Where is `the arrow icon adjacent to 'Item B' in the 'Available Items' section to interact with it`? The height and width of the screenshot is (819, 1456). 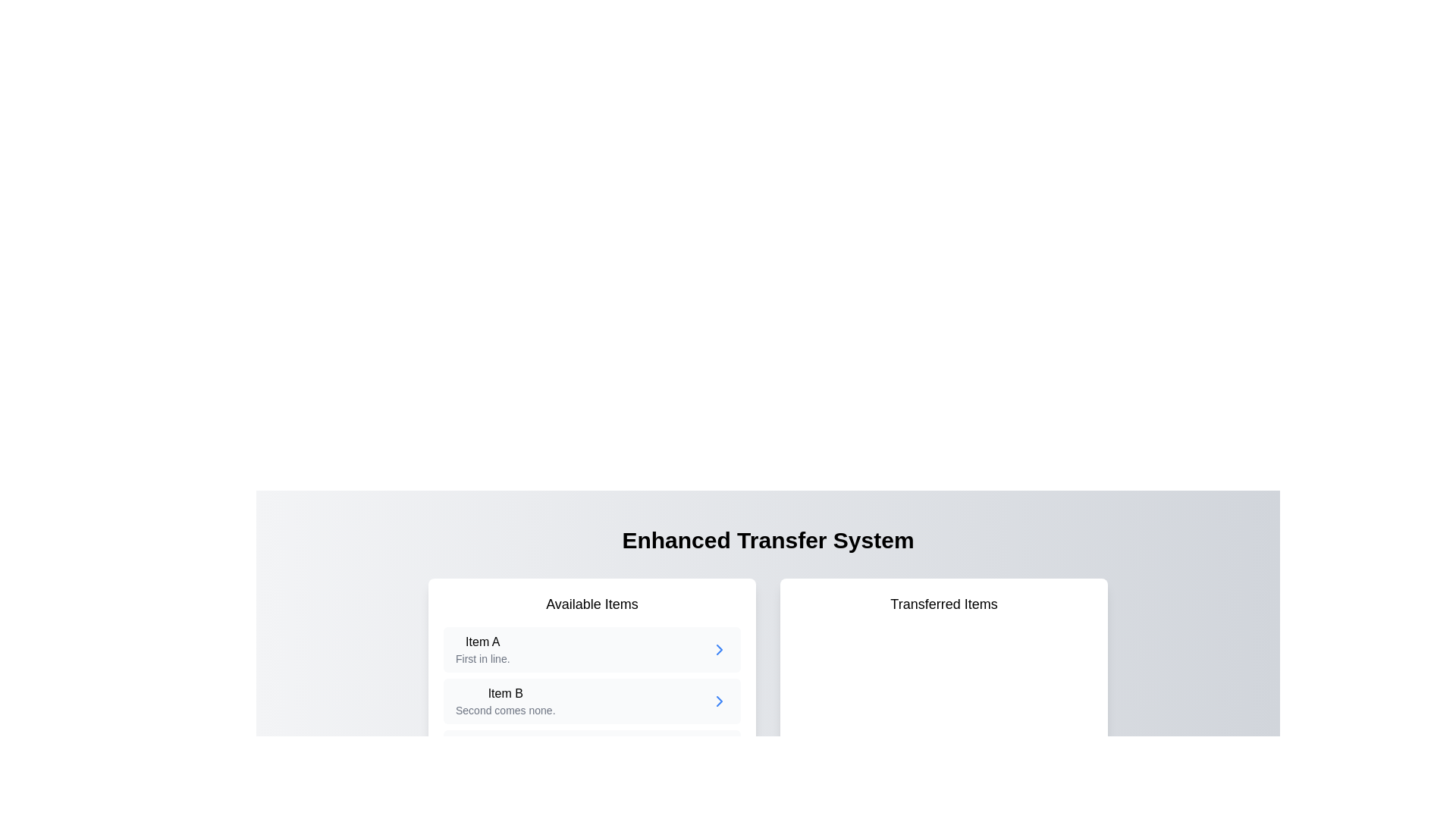
the arrow icon adjacent to 'Item B' in the 'Available Items' section to interact with it is located at coordinates (719, 701).